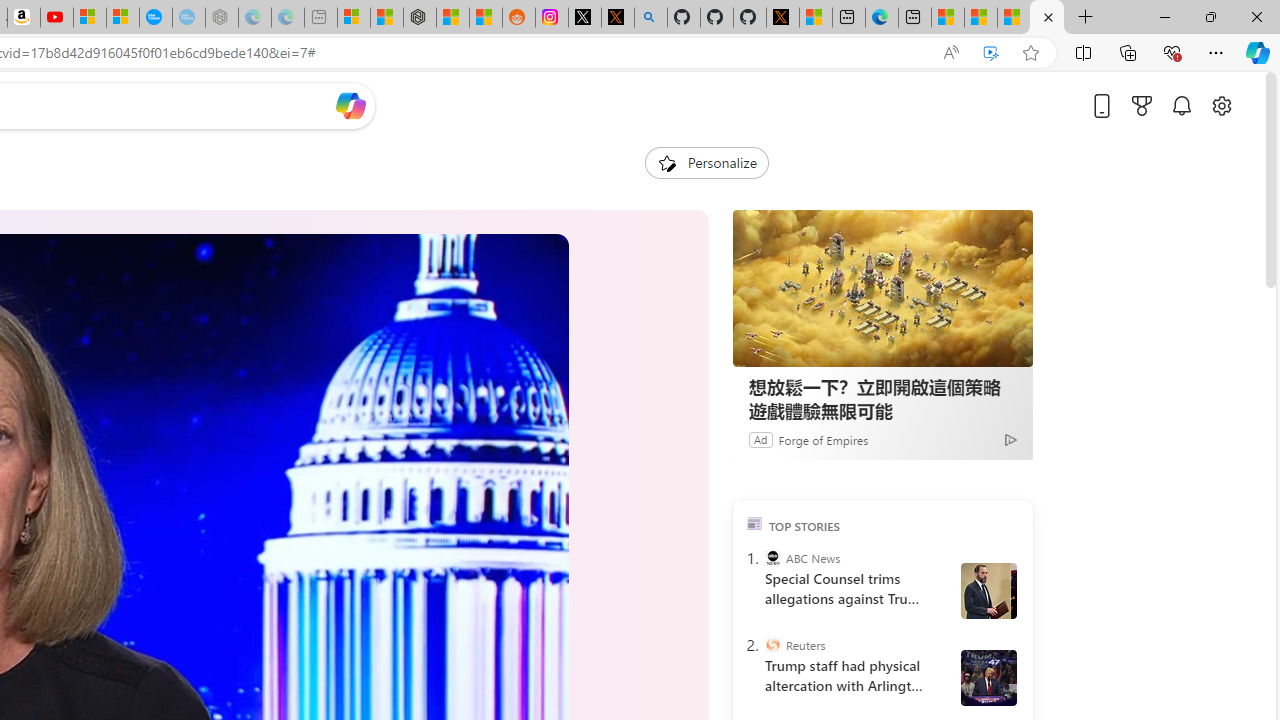  What do you see at coordinates (419, 17) in the screenshot?
I see `'Nordace - Duffels'` at bounding box center [419, 17].